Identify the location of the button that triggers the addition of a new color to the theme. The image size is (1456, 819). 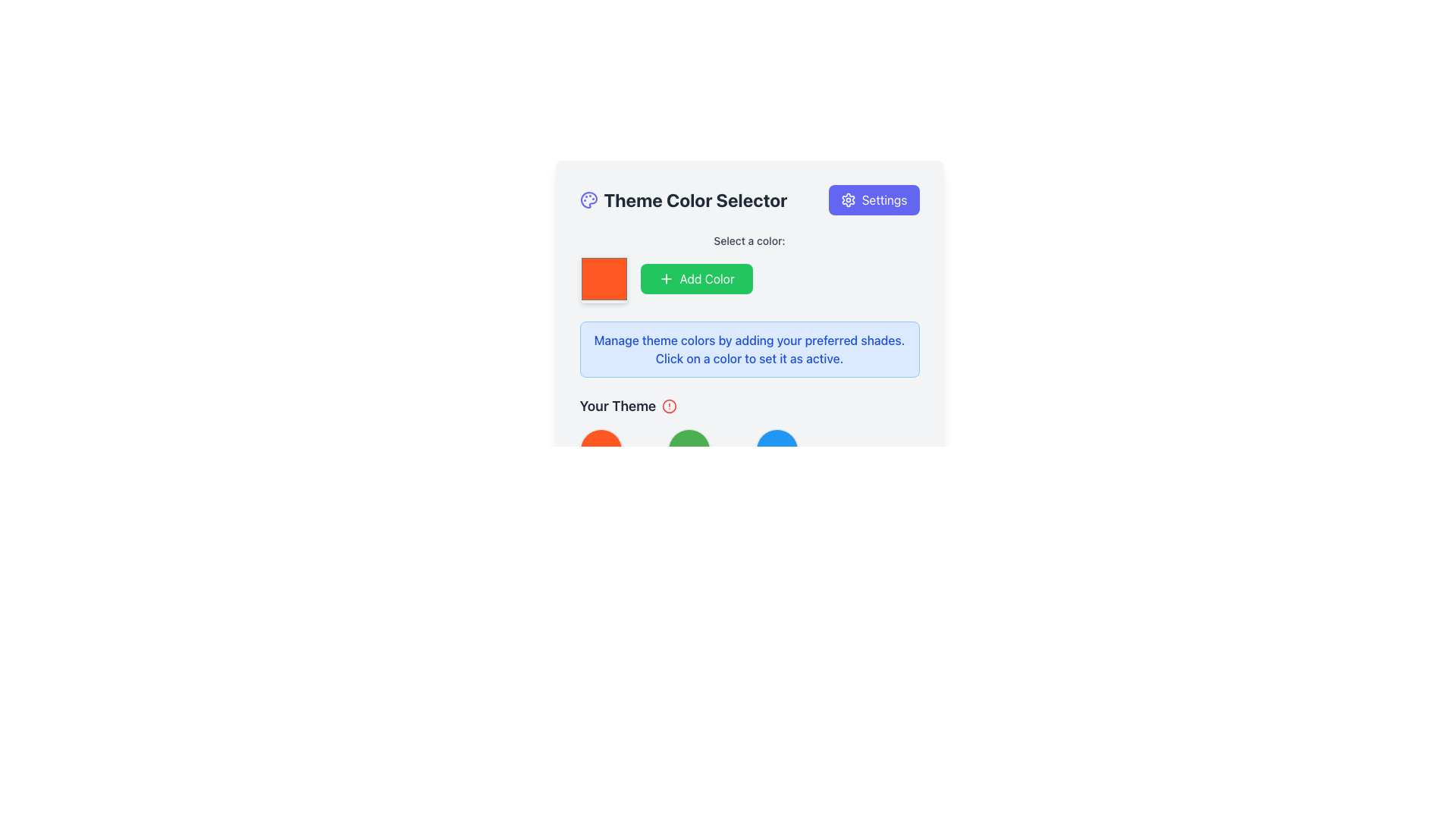
(695, 278).